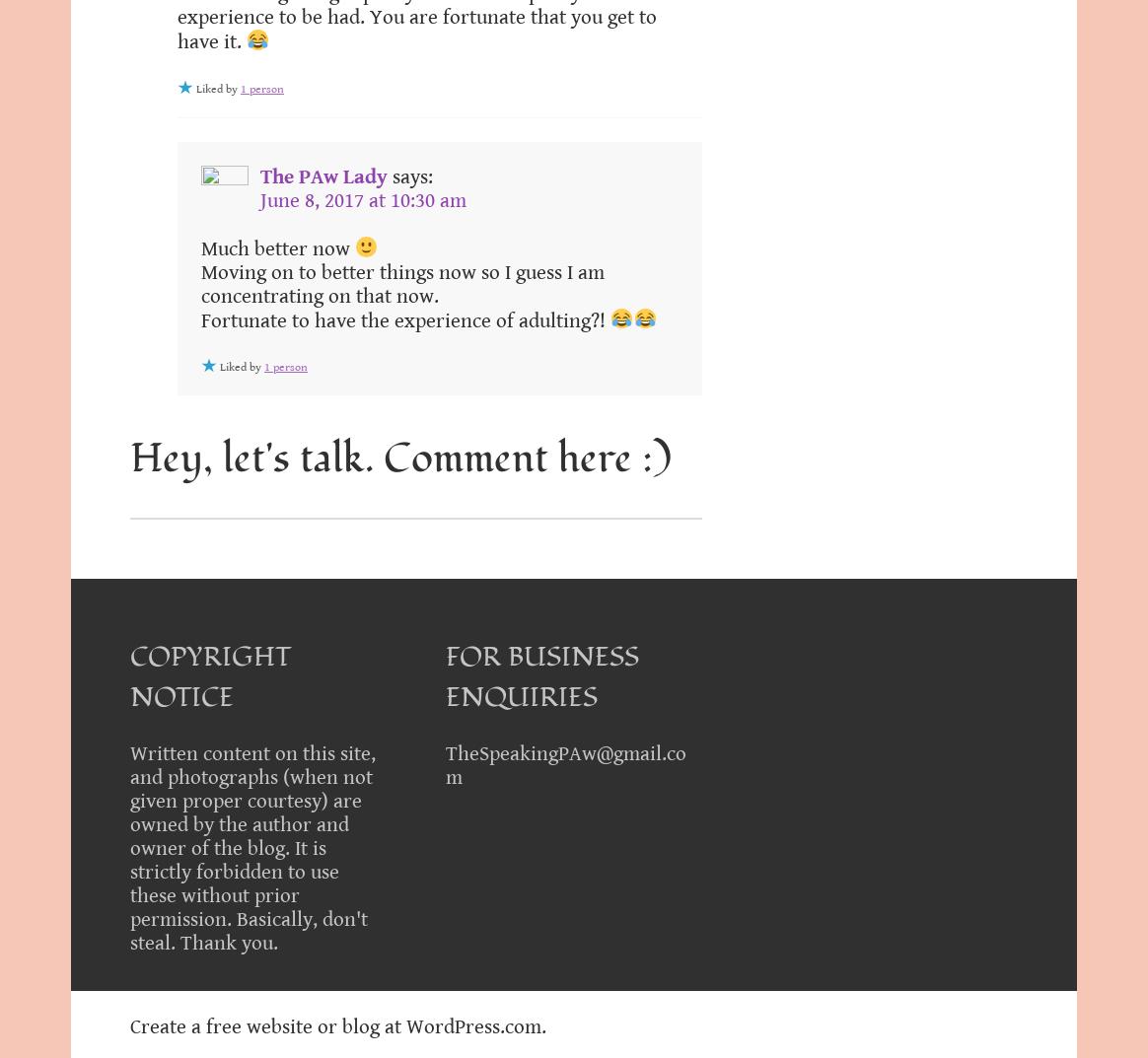 The height and width of the screenshot is (1058, 1148). What do you see at coordinates (362, 200) in the screenshot?
I see `'June 8, 2017 at 10:30 am'` at bounding box center [362, 200].